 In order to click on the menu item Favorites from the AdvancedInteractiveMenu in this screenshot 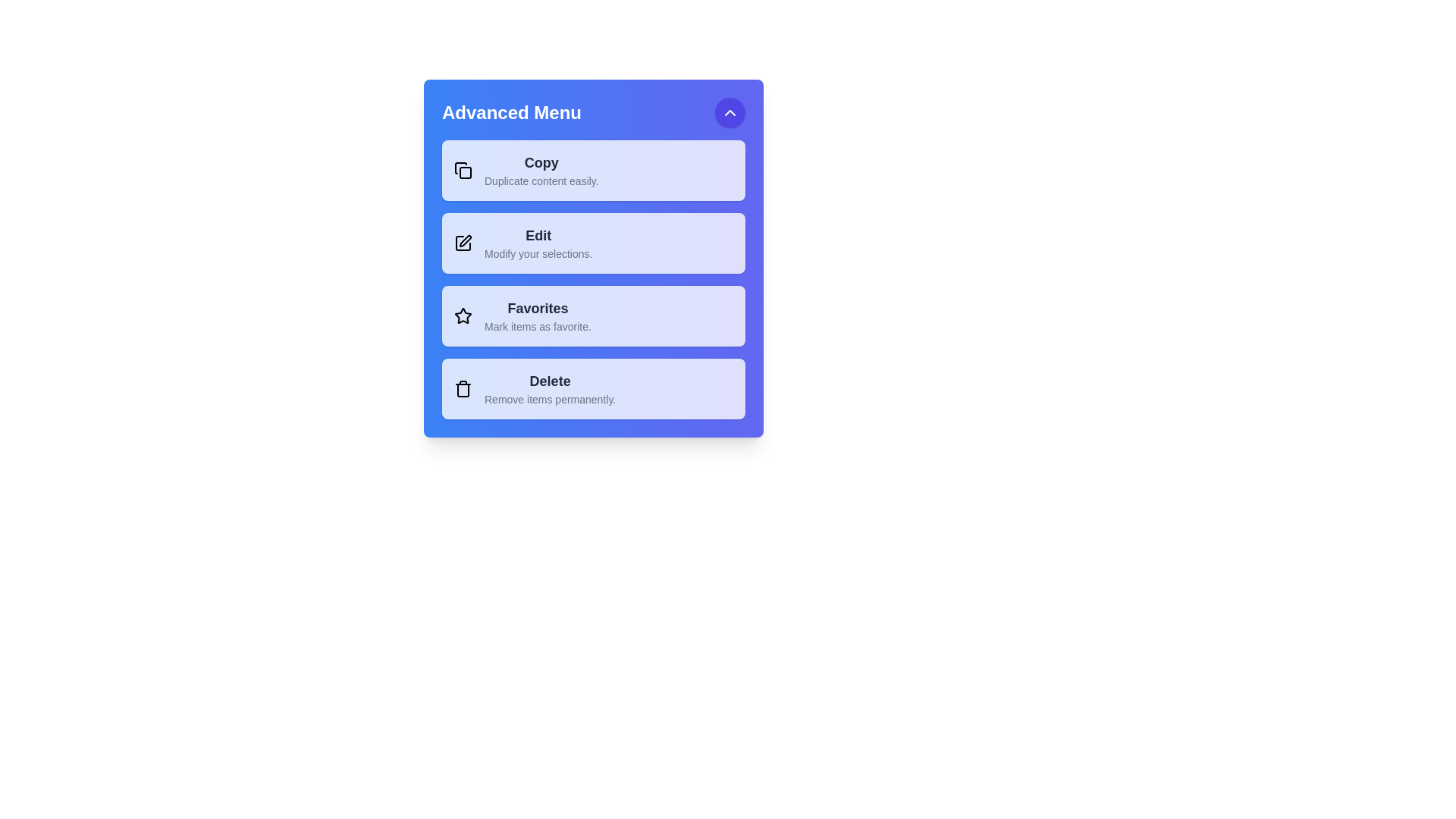, I will do `click(592, 315)`.